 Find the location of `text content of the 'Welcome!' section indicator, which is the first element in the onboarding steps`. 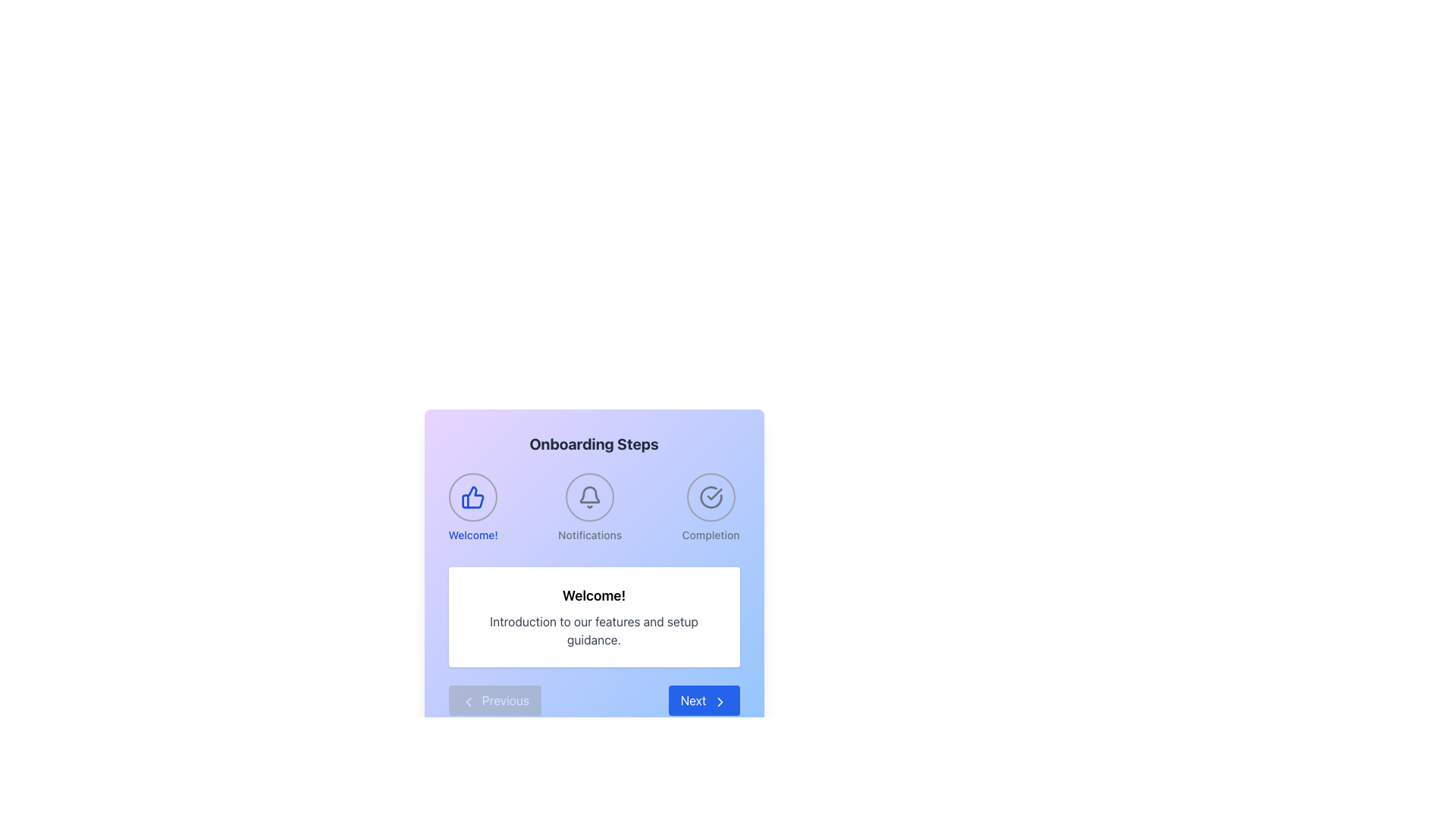

text content of the 'Welcome!' section indicator, which is the first element in the onboarding steps is located at coordinates (472, 508).